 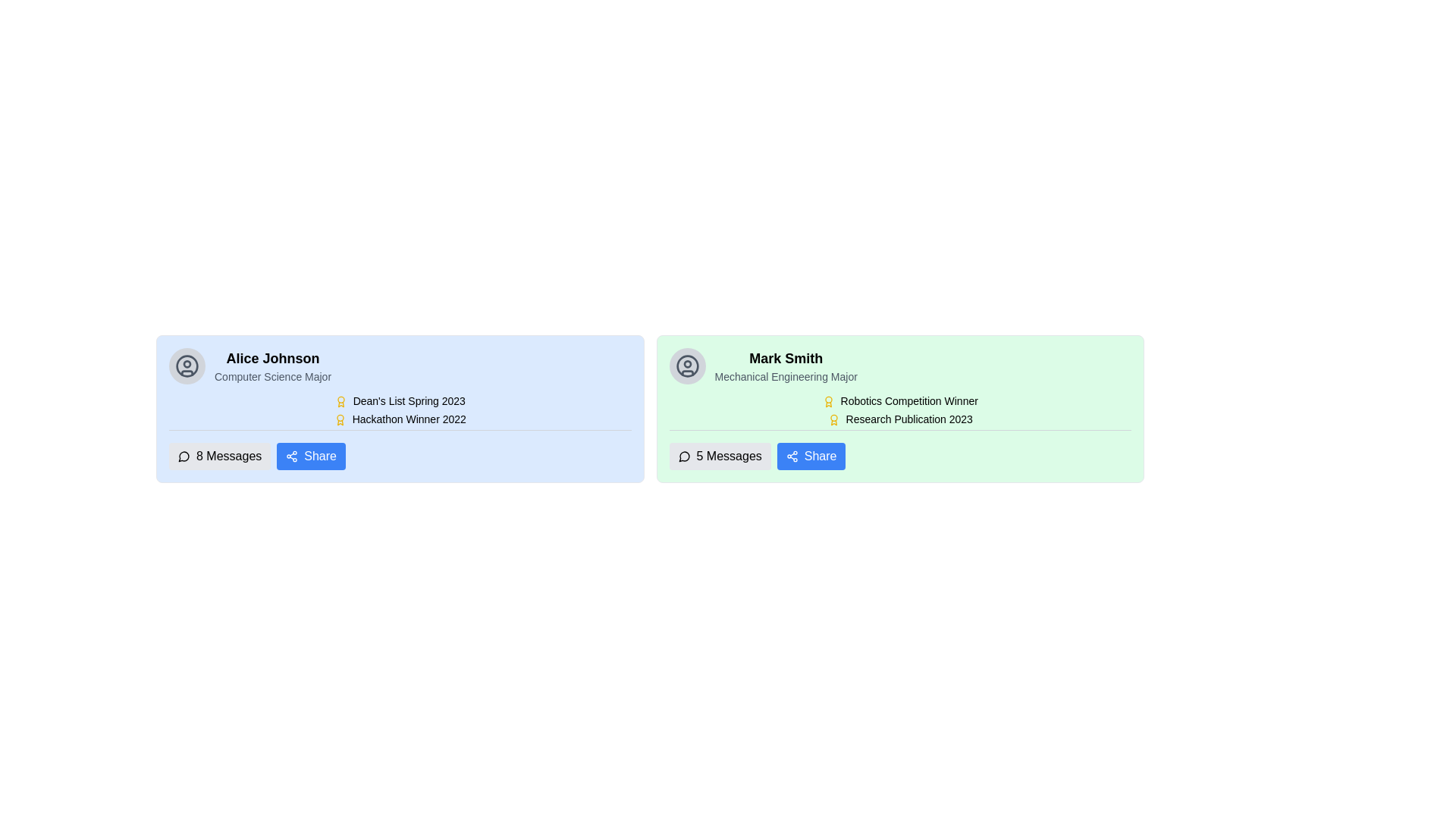 I want to click on the user profile icon for 'Alice Johnson', so click(x=186, y=366).